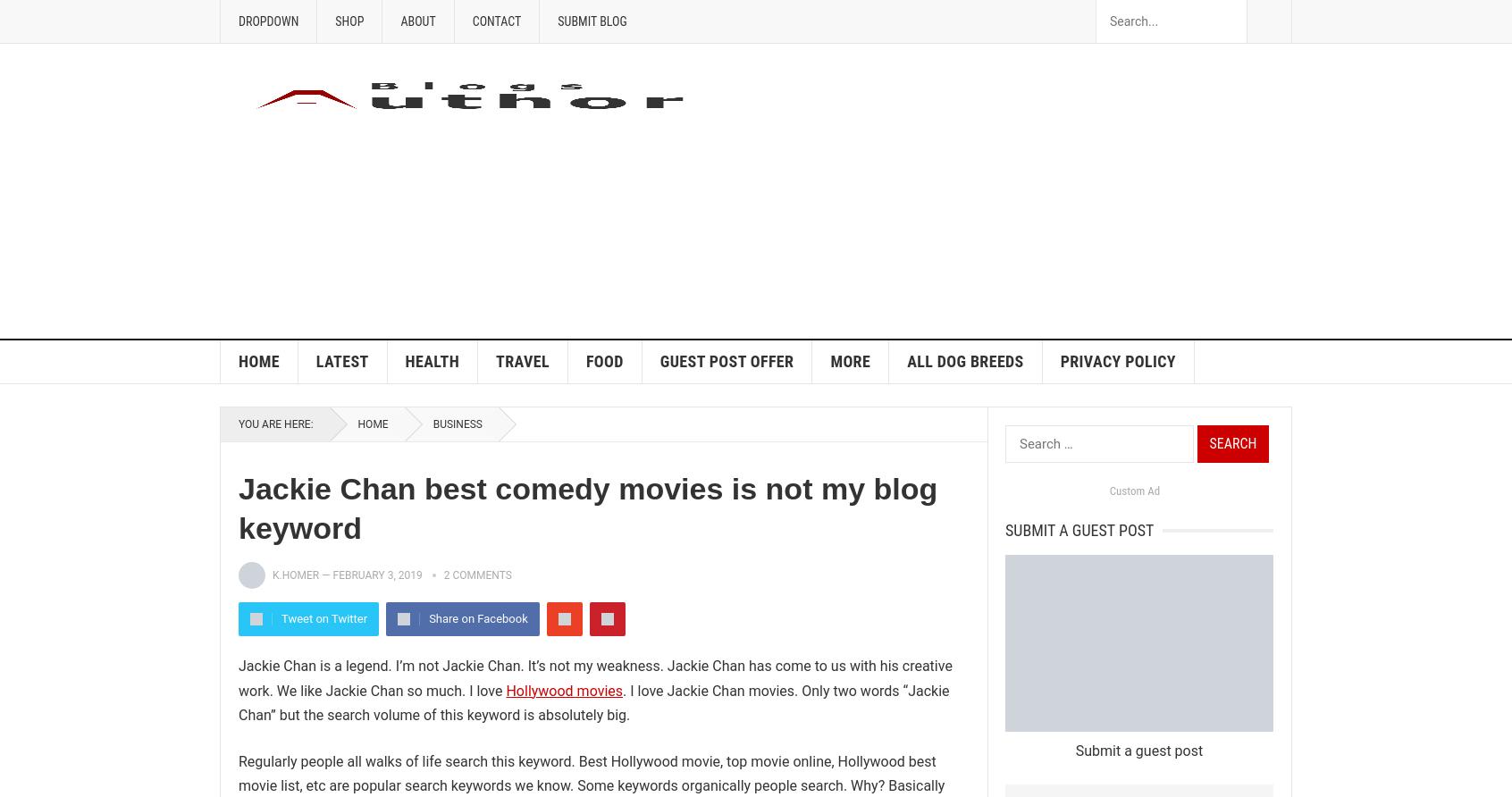 The width and height of the screenshot is (1512, 797). I want to click on '. I love Jackie Chan movies. Only two words “Jackie Chan” but the search volume of this keyword is absolutely big.', so click(238, 701).